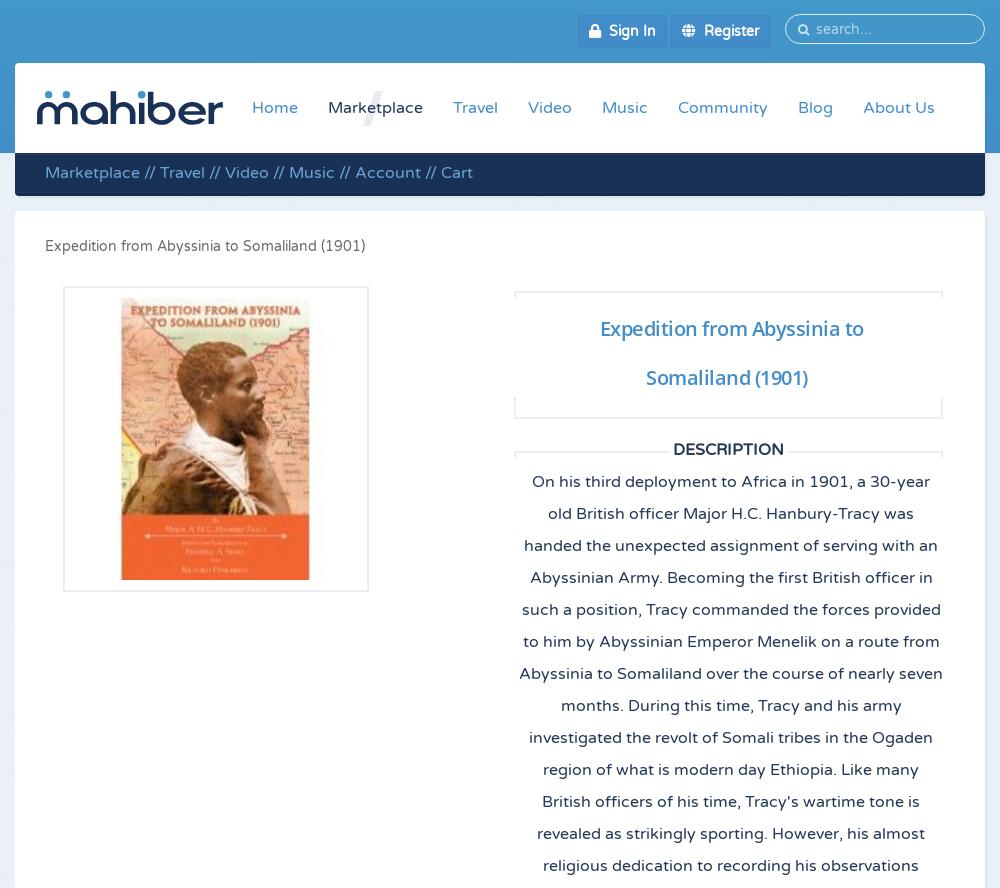 This screenshot has width=1000, height=888. I want to click on 'Account //', so click(398, 171).